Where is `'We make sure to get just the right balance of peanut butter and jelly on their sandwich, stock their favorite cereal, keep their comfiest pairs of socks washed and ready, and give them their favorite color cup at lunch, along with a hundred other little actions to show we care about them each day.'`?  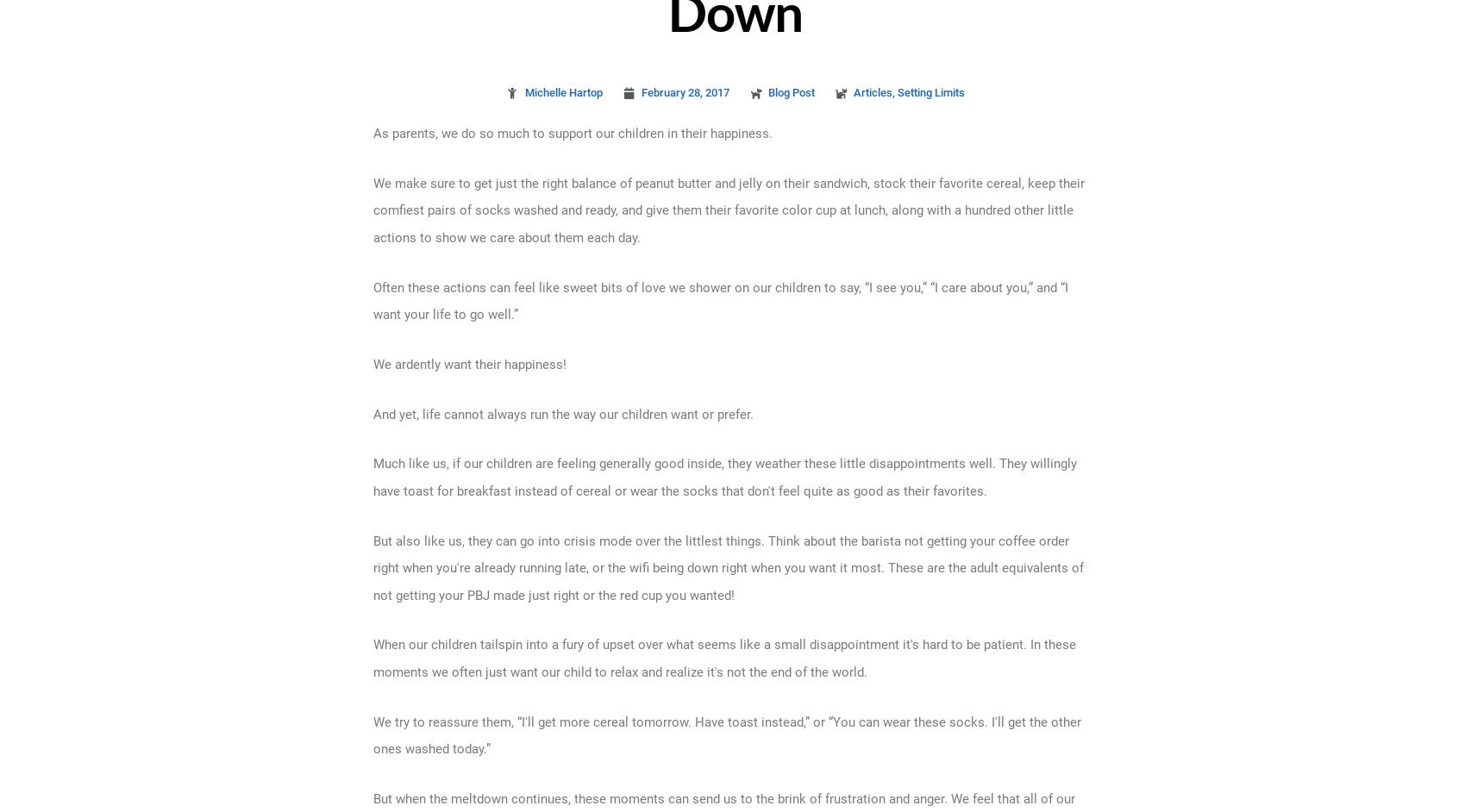
'We make sure to get just the right balance of peanut butter and jelly on their sandwich, stock their favorite cereal, keep their comfiest pairs of socks washed and ready, and give them their favorite color cup at lunch, along with a hundred other little actions to show we care about them each day.' is located at coordinates (728, 209).